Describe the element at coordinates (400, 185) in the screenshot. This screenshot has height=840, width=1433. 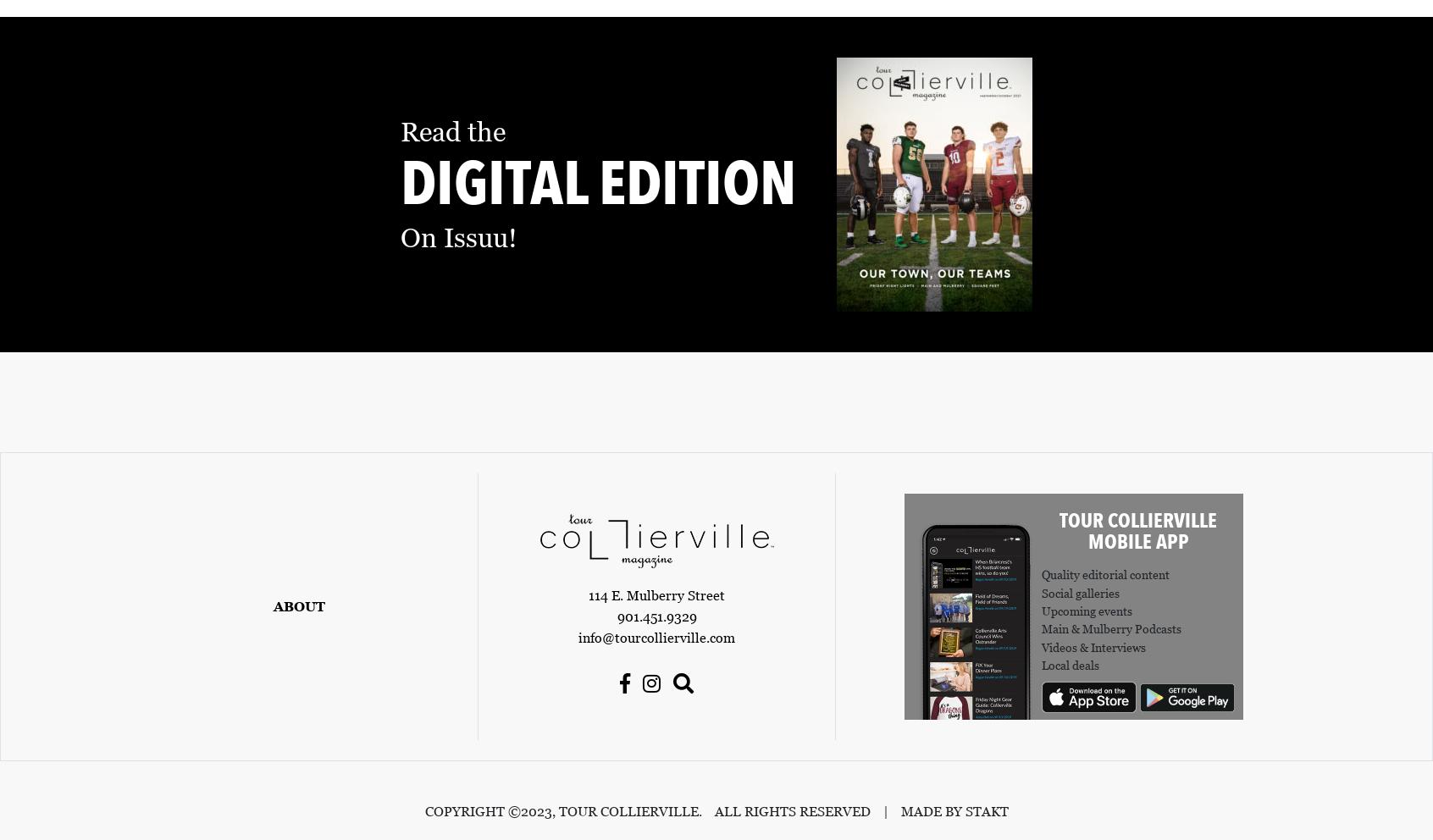
I see `'Digital Edition'` at that location.